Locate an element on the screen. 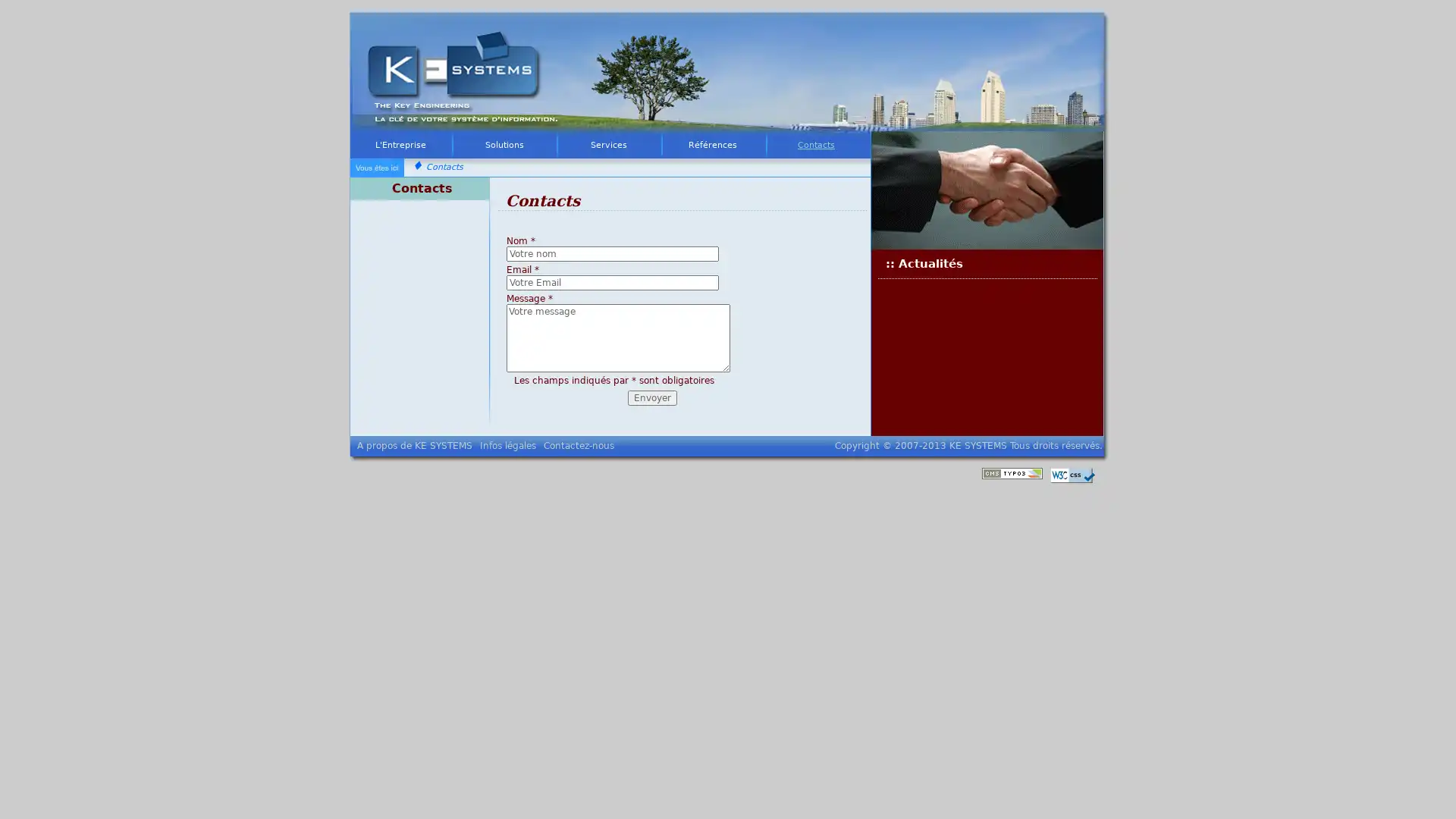 The height and width of the screenshot is (819, 1456). Envoyer is located at coordinates (652, 397).